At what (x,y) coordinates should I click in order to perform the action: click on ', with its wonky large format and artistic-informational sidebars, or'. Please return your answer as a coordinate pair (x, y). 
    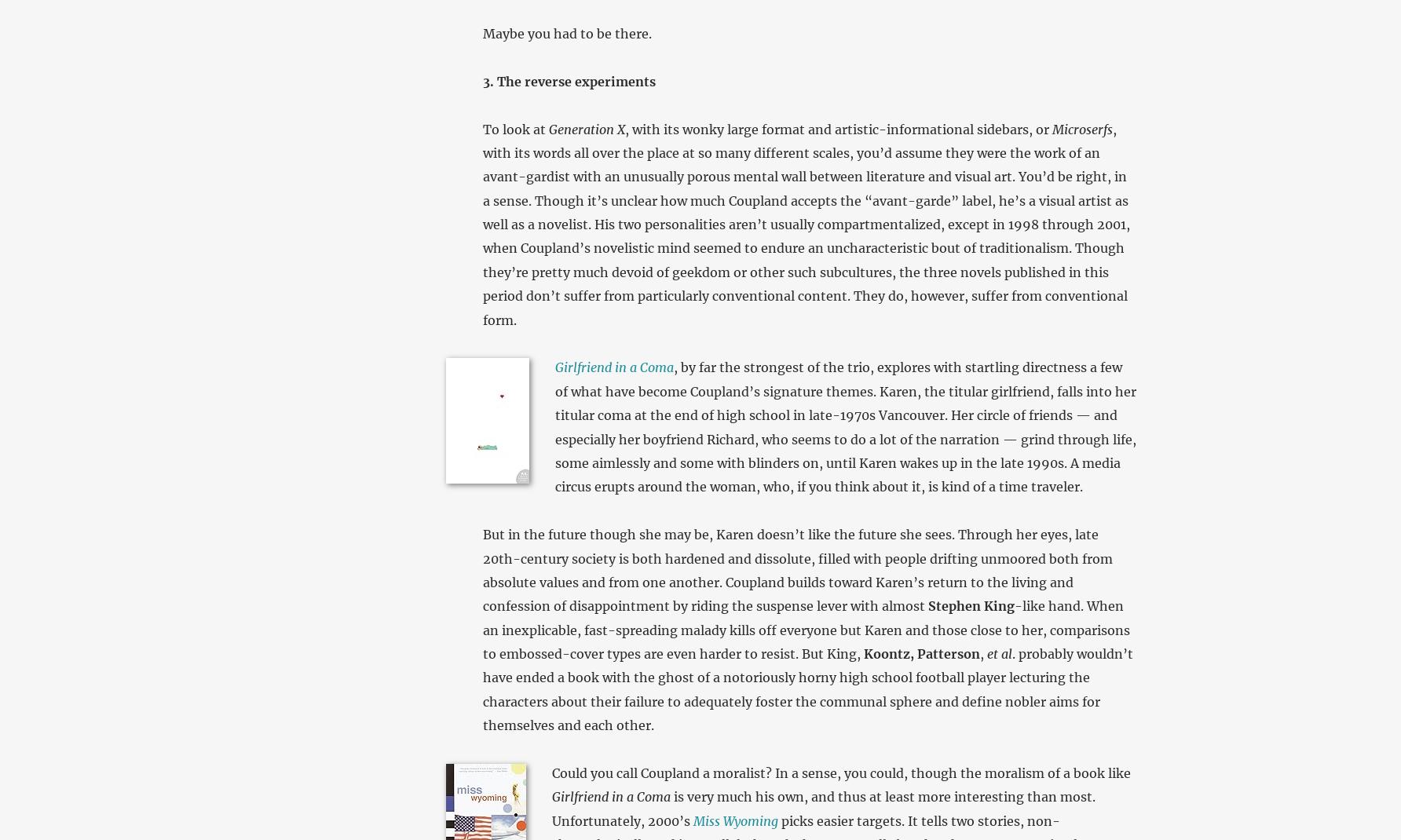
    Looking at the image, I should click on (837, 129).